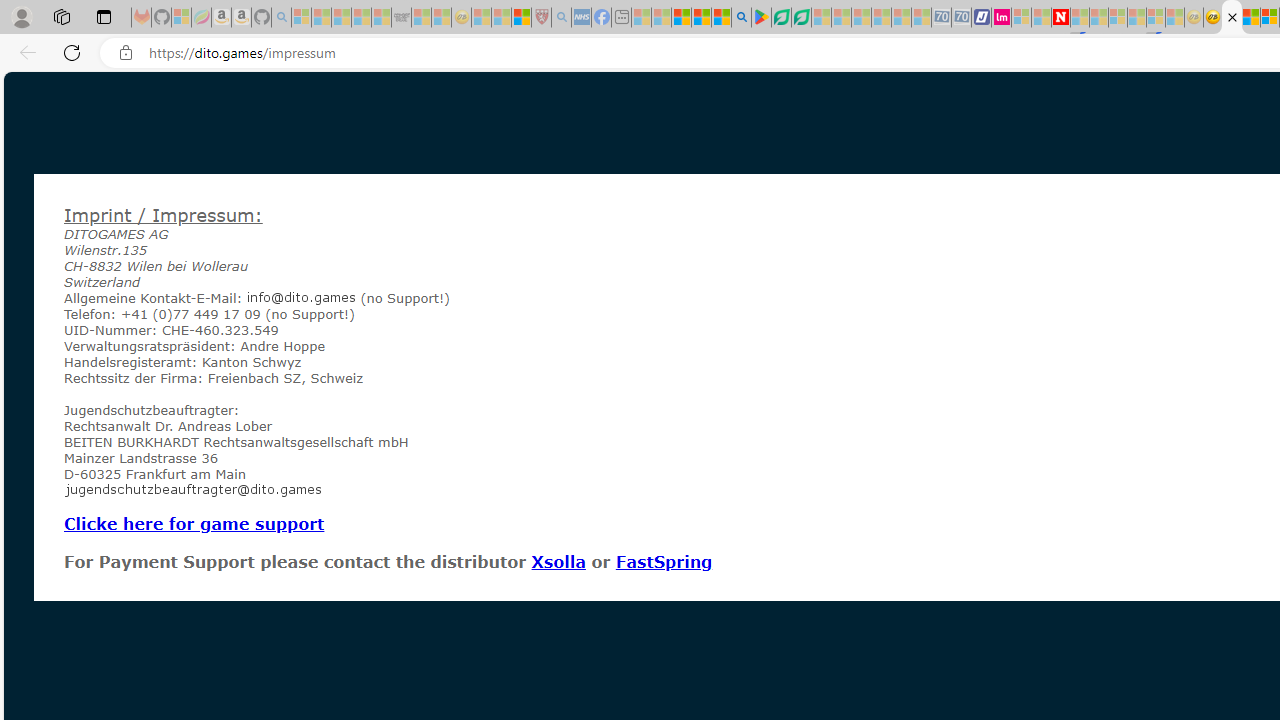  What do you see at coordinates (663, 561) in the screenshot?
I see `'FastSpring'` at bounding box center [663, 561].